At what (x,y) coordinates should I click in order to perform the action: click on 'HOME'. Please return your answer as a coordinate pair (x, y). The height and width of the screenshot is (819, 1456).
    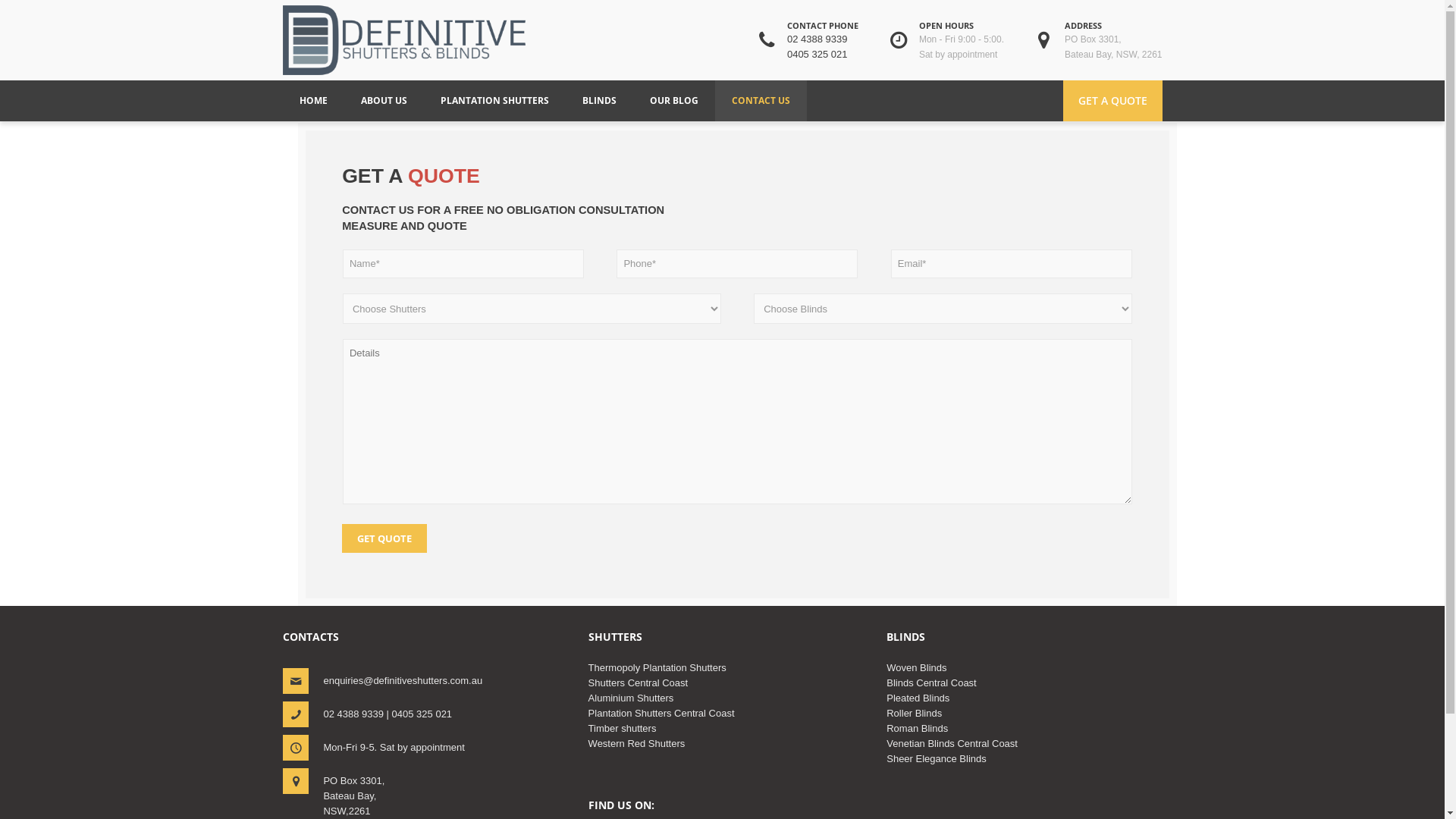
    Looking at the image, I should click on (312, 100).